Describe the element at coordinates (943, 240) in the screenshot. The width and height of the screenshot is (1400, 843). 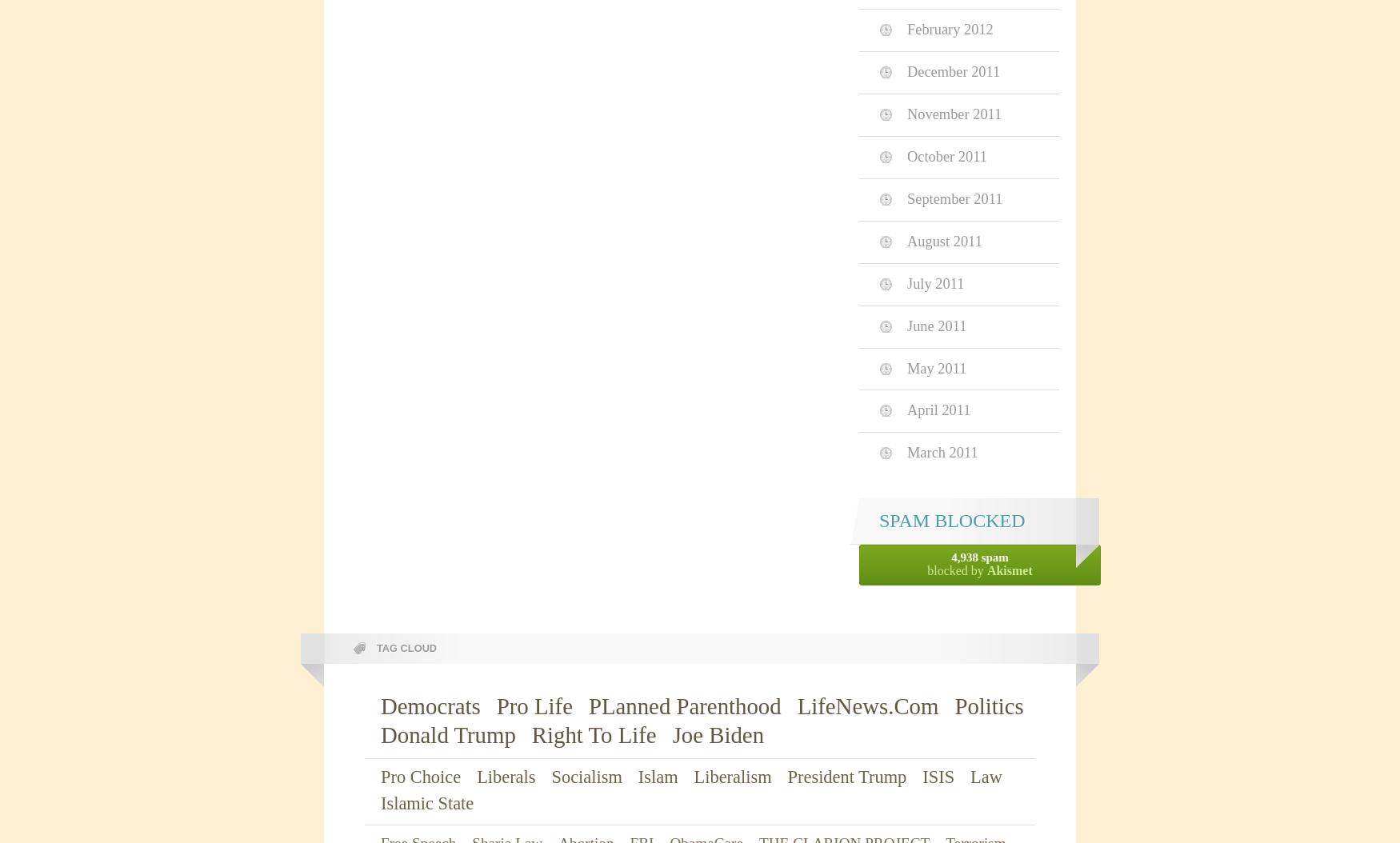
I see `'August 2011'` at that location.